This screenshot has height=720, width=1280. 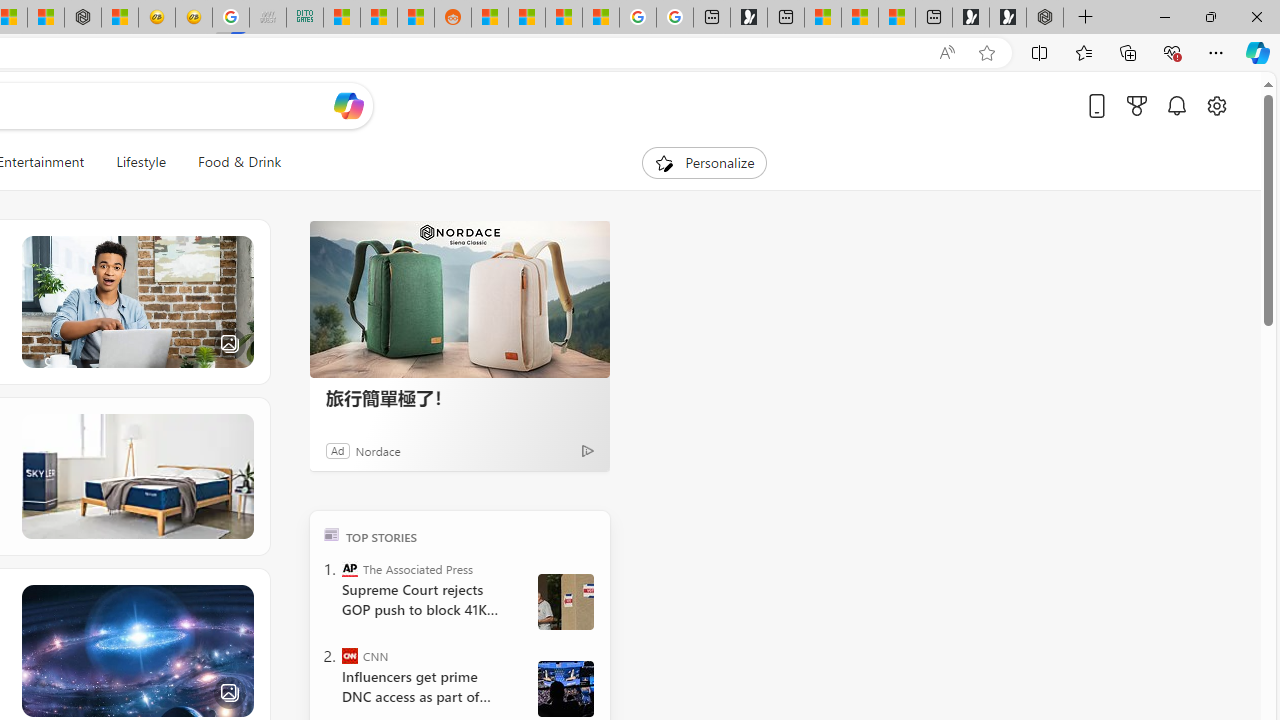 What do you see at coordinates (332, 533) in the screenshot?
I see `'TOP'` at bounding box center [332, 533].